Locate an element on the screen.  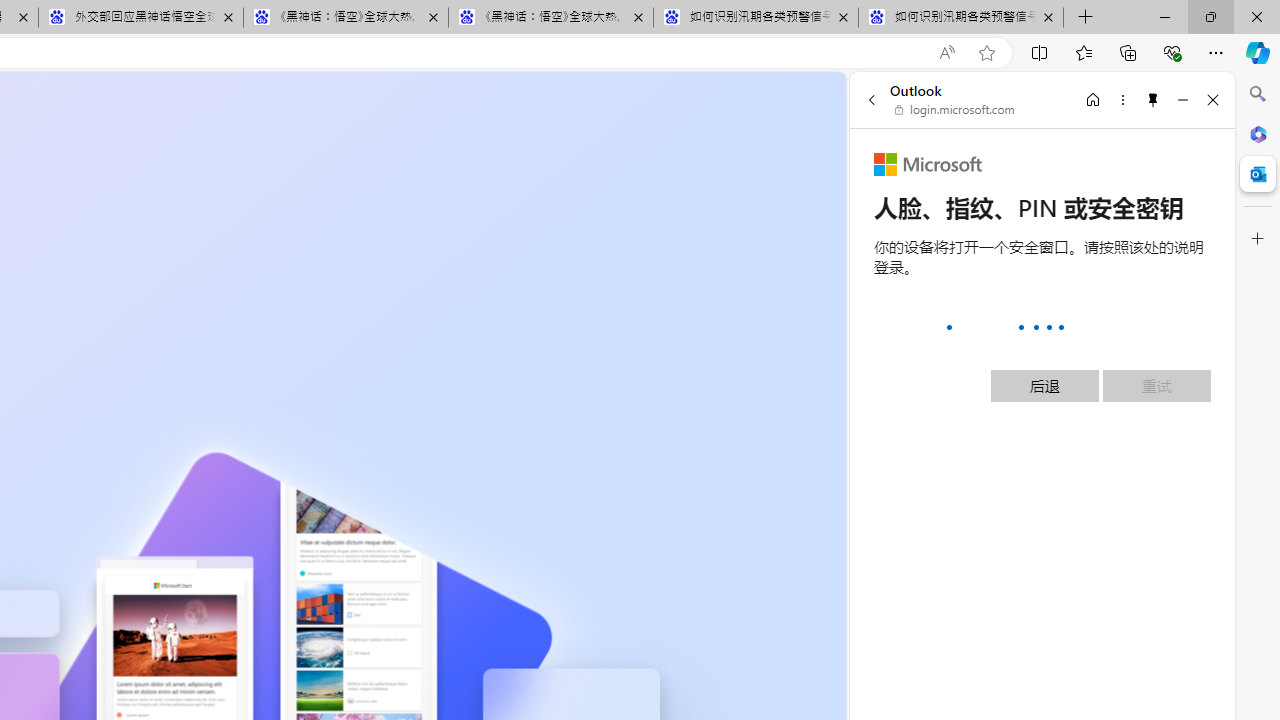
'login.microsoft.com' is located at coordinates (954, 110).